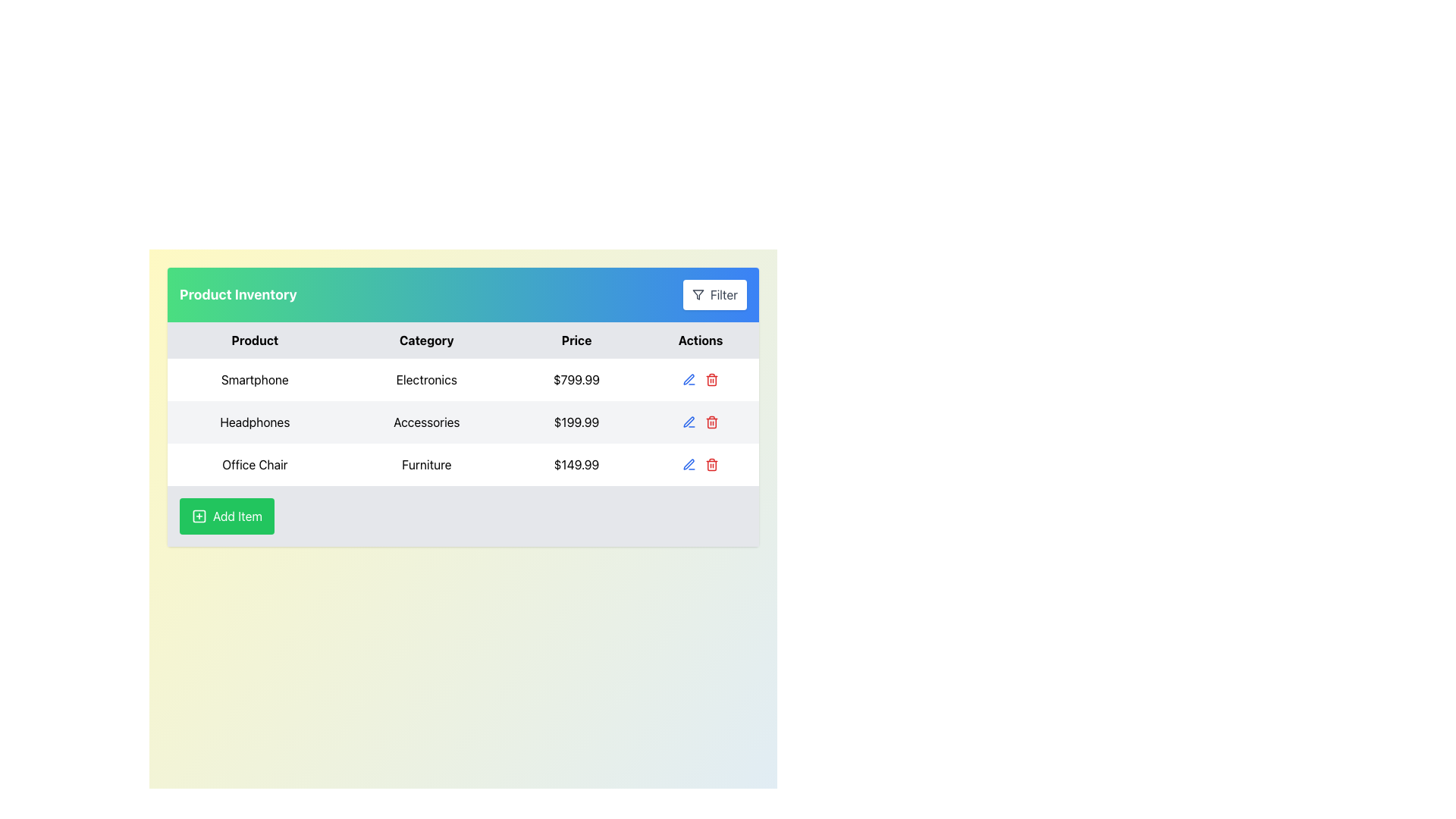 The height and width of the screenshot is (819, 1456). What do you see at coordinates (689, 422) in the screenshot?
I see `the blue pen-shaped icon button in the 'Actions' column corresponding to the 'Smartphone' item to change its state or display a tooltip` at bounding box center [689, 422].